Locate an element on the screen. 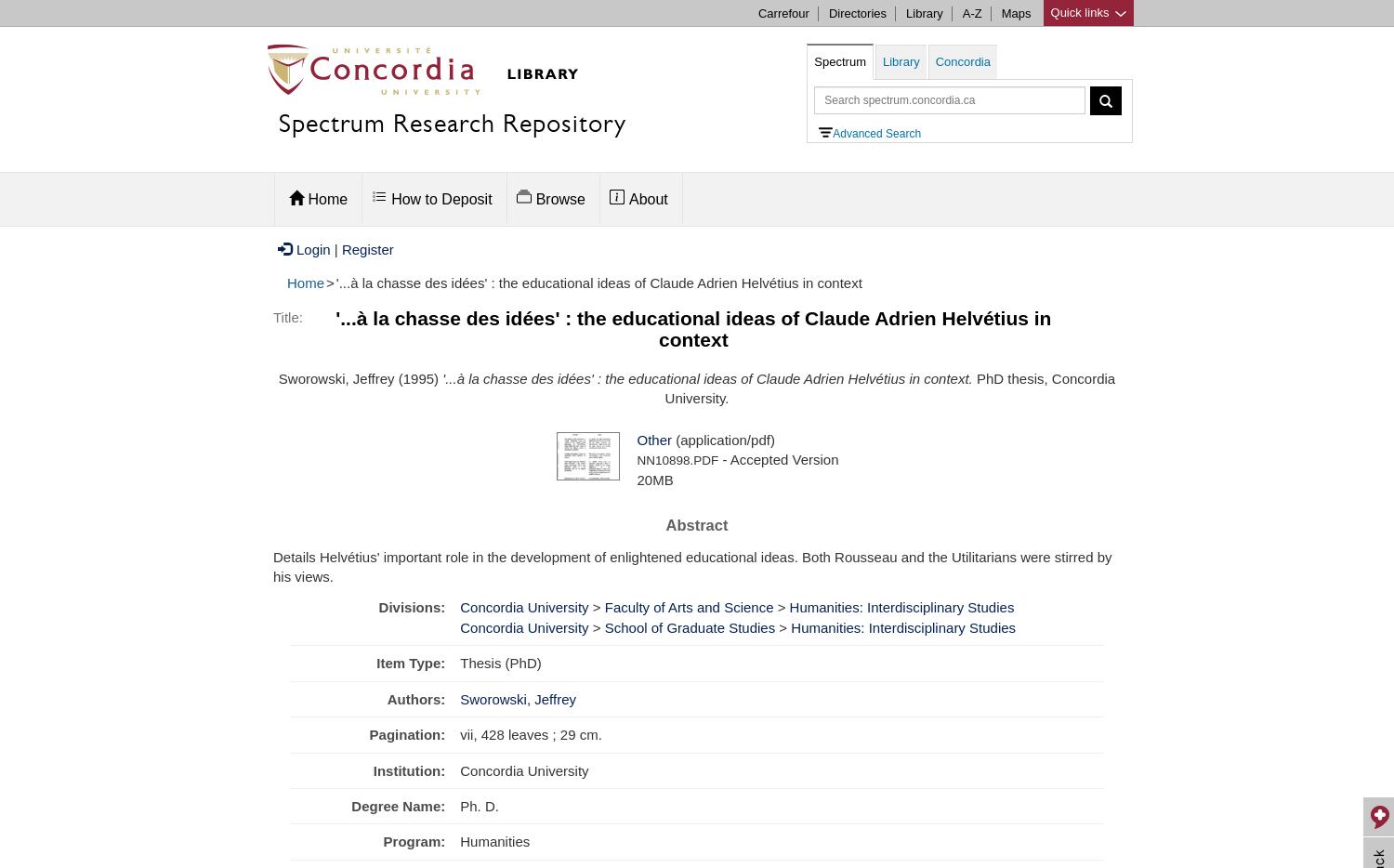 The height and width of the screenshot is (868, 1394). 'Browse' is located at coordinates (559, 198).